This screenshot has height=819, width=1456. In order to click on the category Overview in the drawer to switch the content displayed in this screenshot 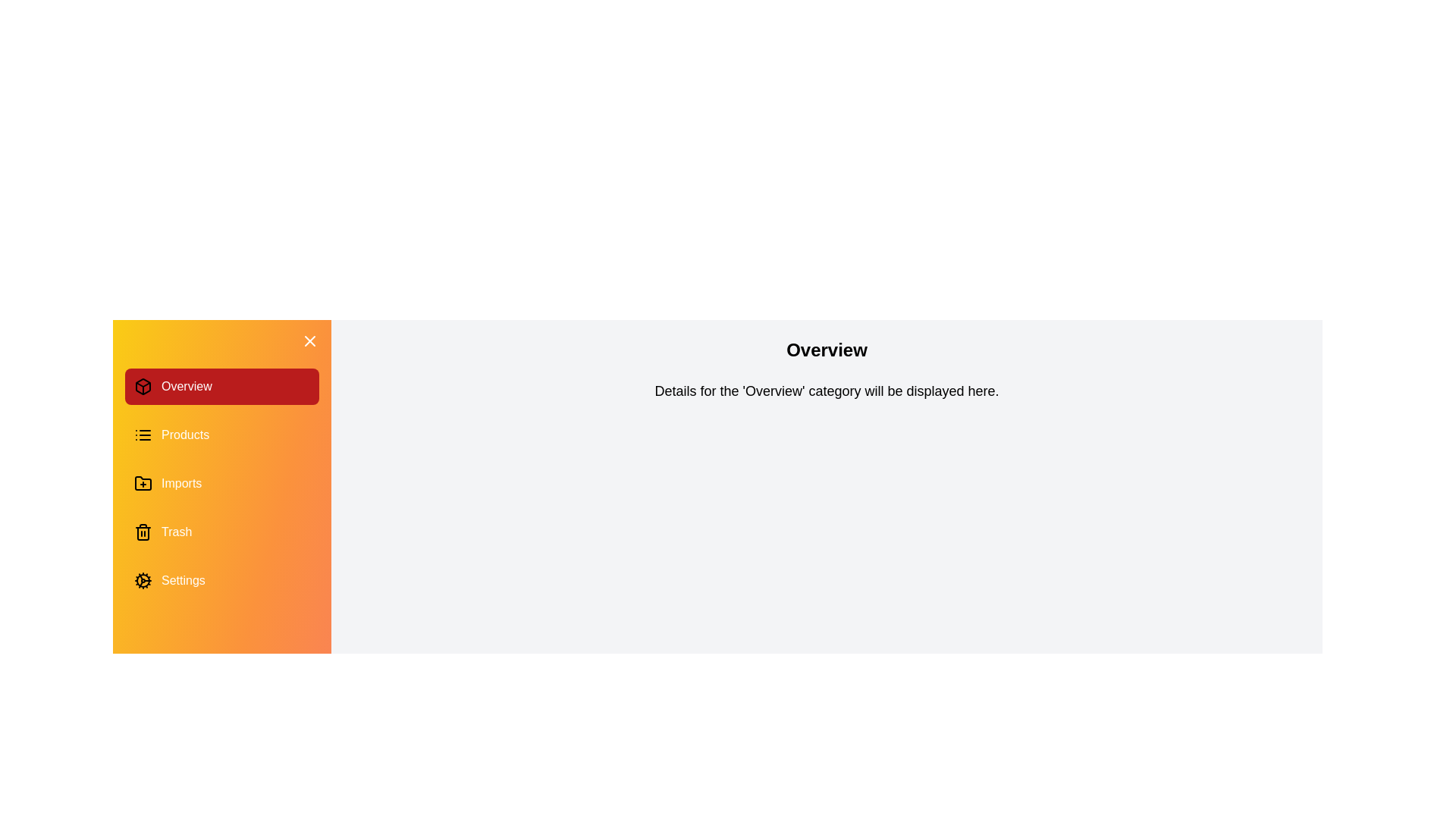, I will do `click(221, 385)`.